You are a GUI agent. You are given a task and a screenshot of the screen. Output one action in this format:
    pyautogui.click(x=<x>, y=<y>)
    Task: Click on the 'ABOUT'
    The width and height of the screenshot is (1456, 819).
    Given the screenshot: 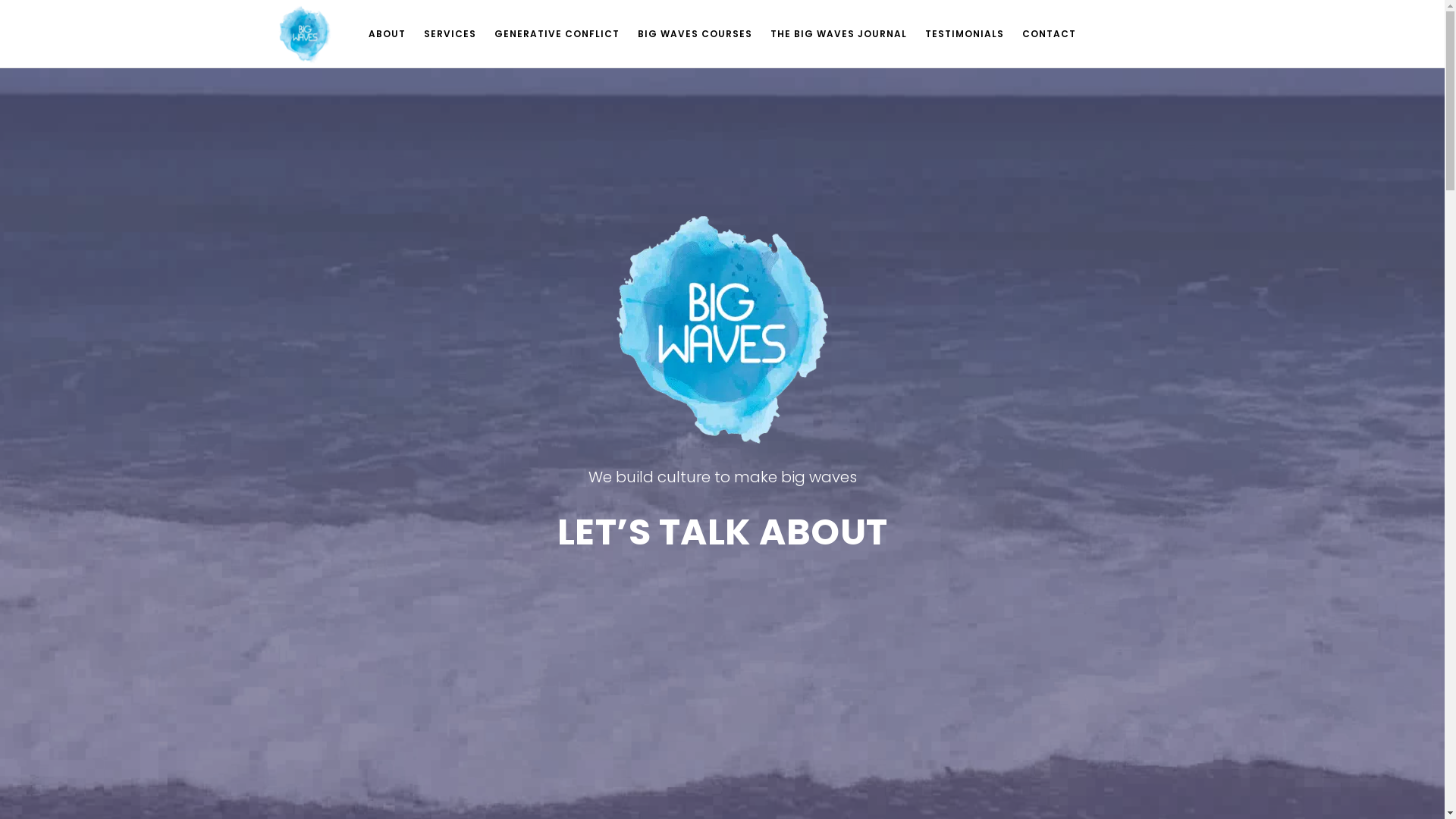 What is the action you would take?
    pyautogui.click(x=387, y=34)
    